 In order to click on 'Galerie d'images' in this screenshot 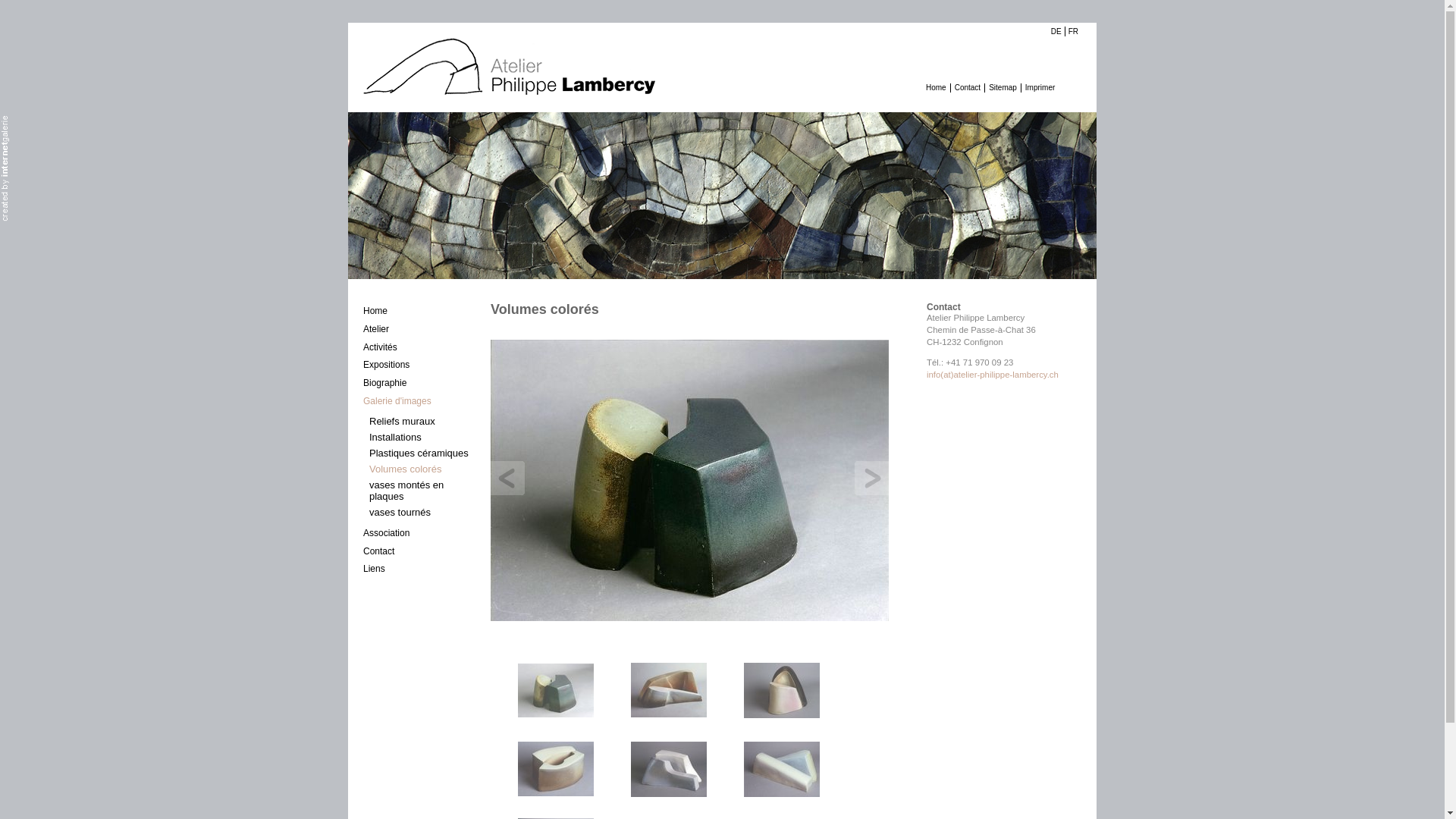, I will do `click(419, 400)`.